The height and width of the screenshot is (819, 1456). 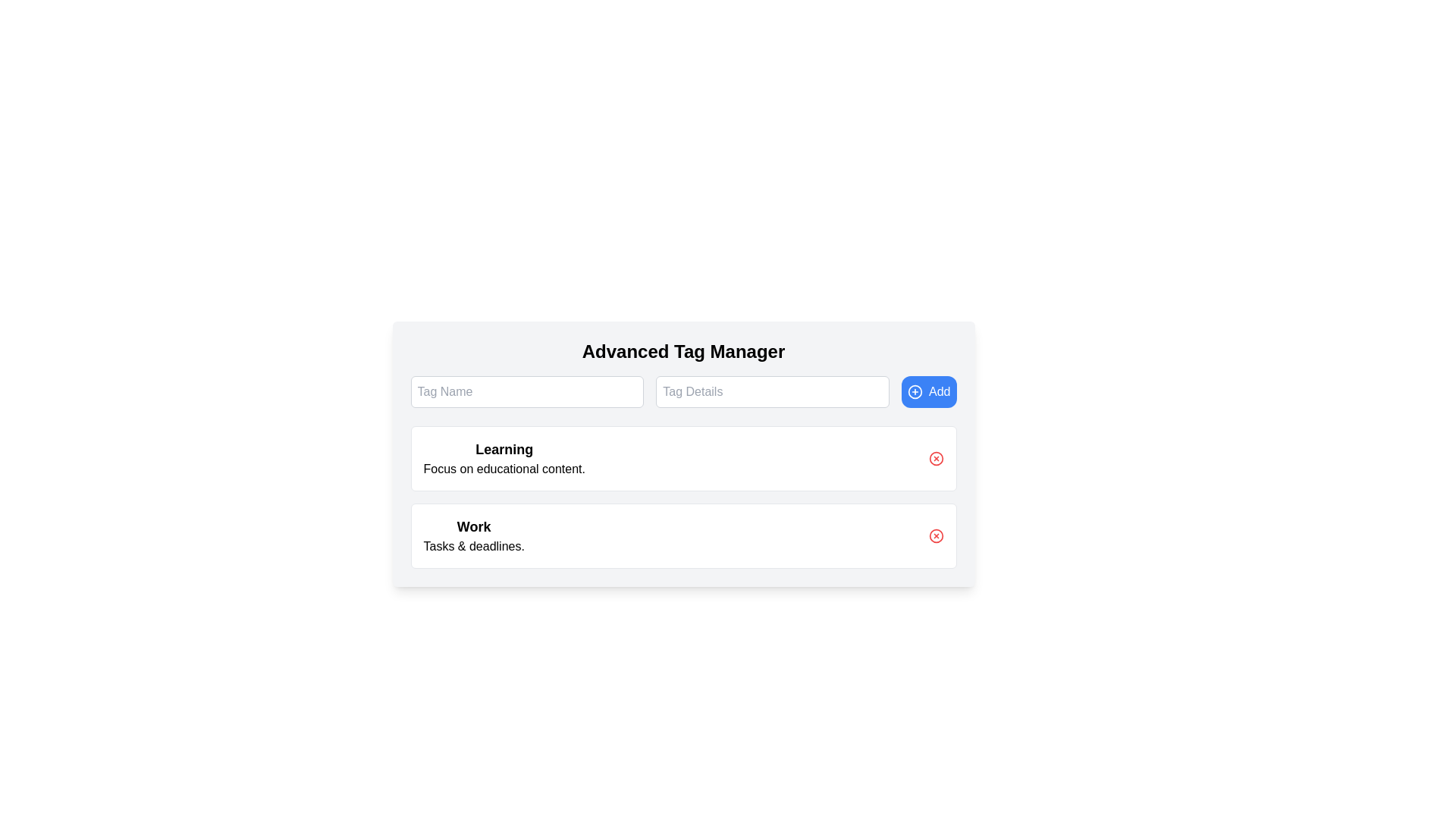 What do you see at coordinates (473, 535) in the screenshot?
I see `the Text label that serves as a category label and description for tasks related to 'Work', located in the second section under 'Advanced Tag Manager'` at bounding box center [473, 535].